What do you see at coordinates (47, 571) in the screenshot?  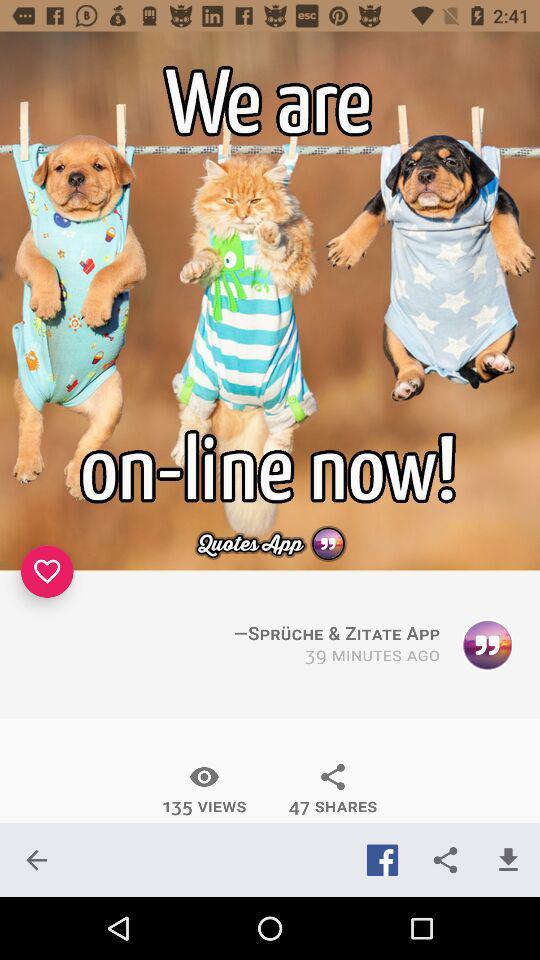 I see `the favorite icon` at bounding box center [47, 571].